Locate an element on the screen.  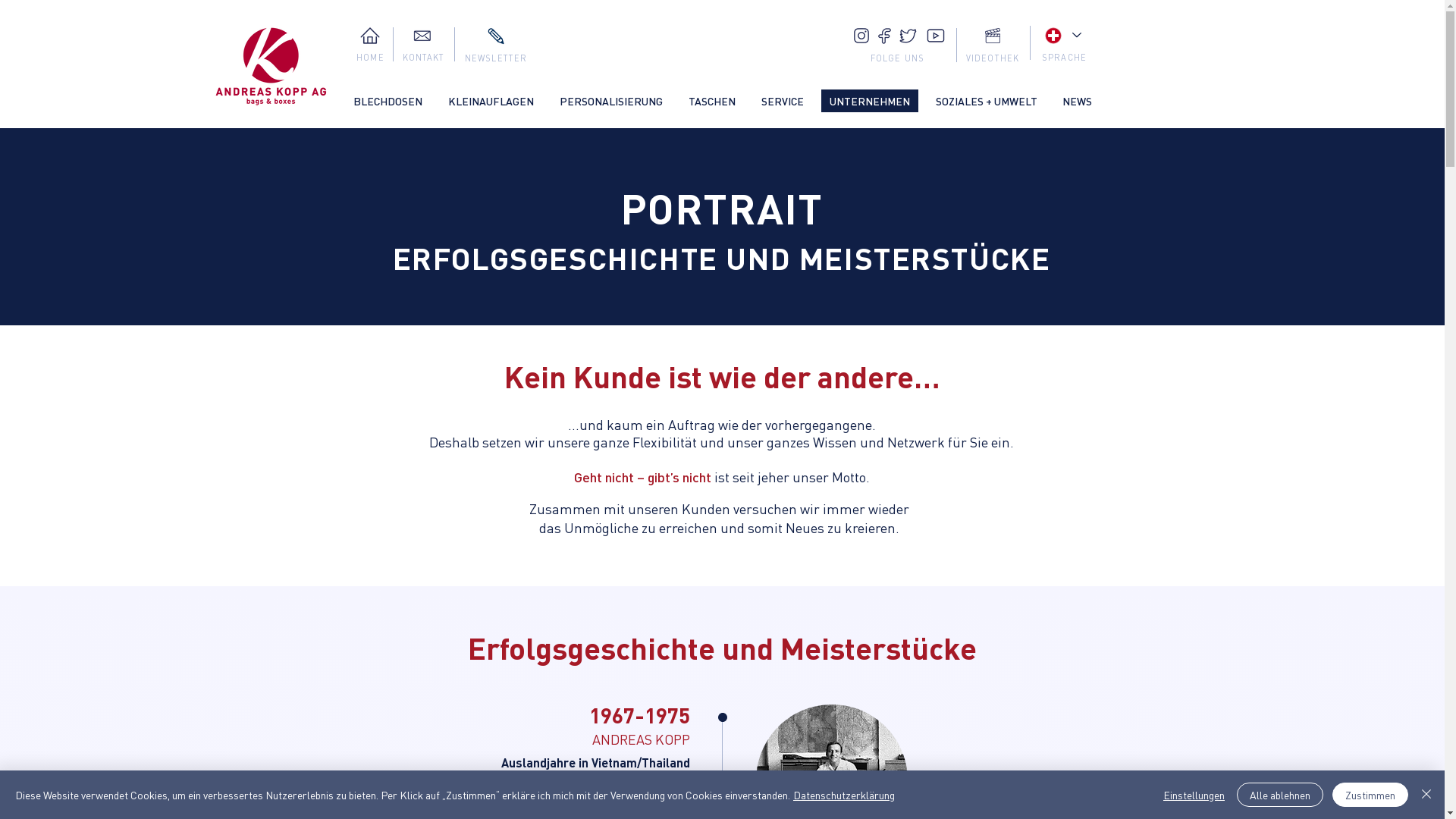
'Alle ablehnen' is located at coordinates (1279, 794).